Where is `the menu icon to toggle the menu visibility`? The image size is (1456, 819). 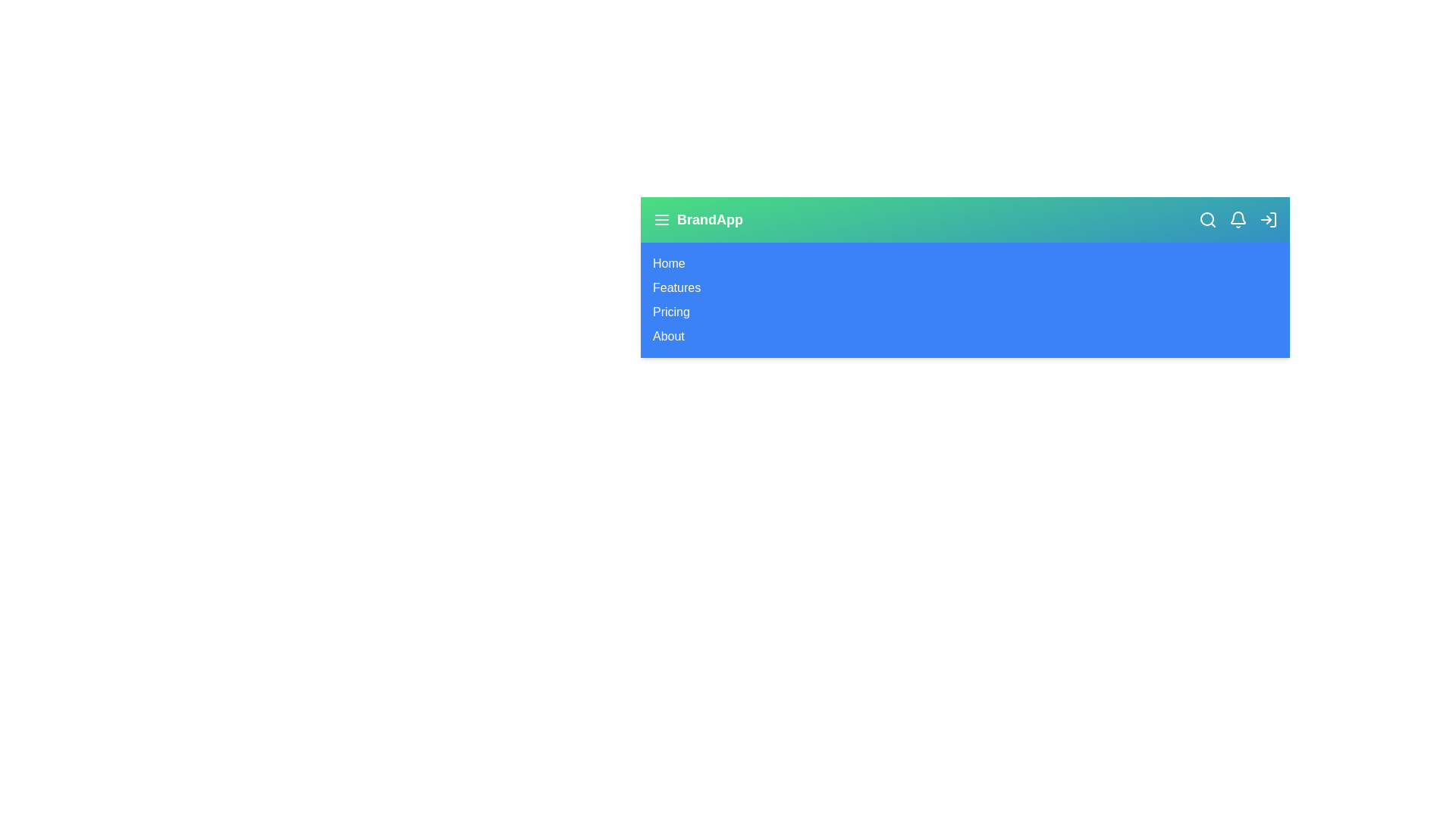 the menu icon to toggle the menu visibility is located at coordinates (662, 219).